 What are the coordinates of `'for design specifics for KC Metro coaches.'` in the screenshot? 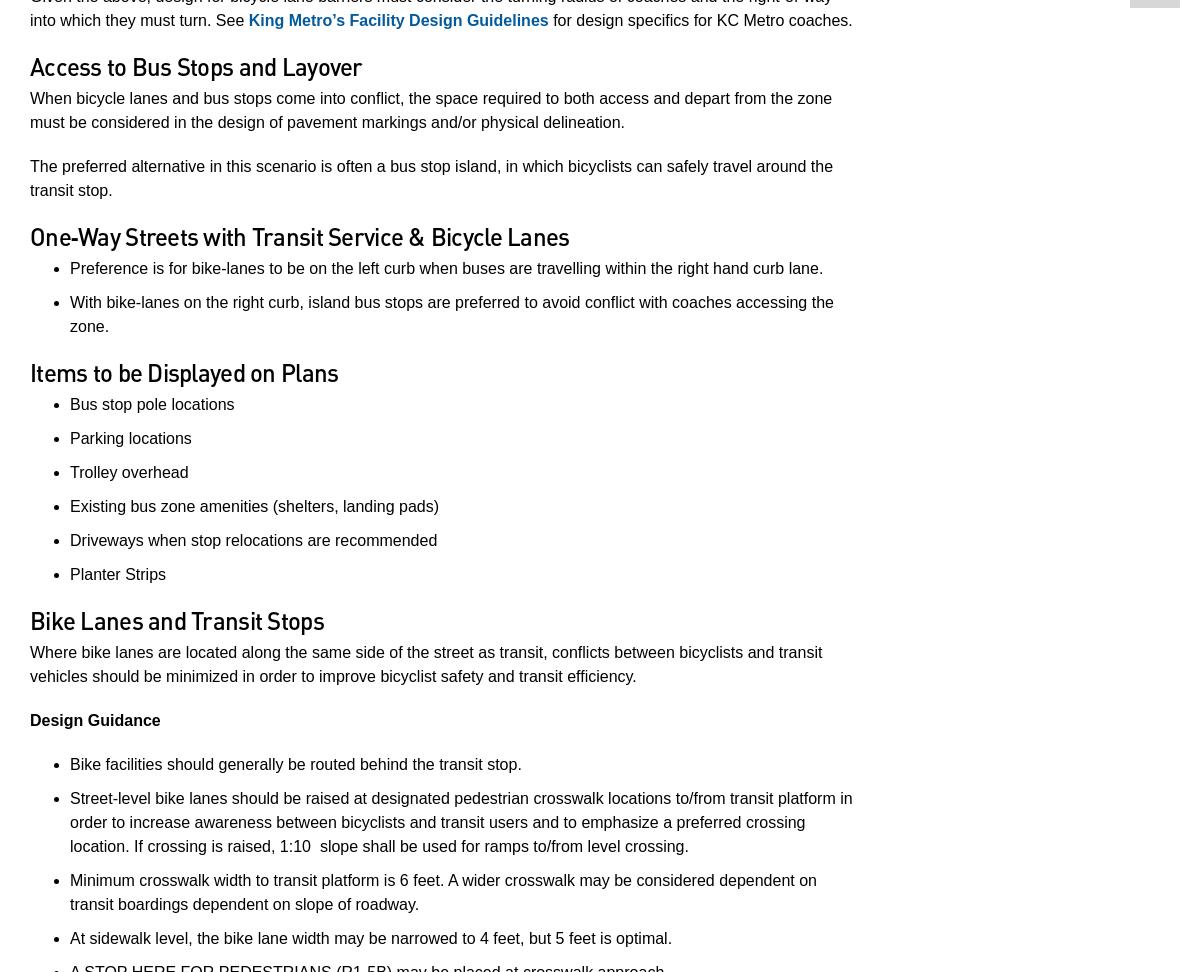 It's located at (699, 20).